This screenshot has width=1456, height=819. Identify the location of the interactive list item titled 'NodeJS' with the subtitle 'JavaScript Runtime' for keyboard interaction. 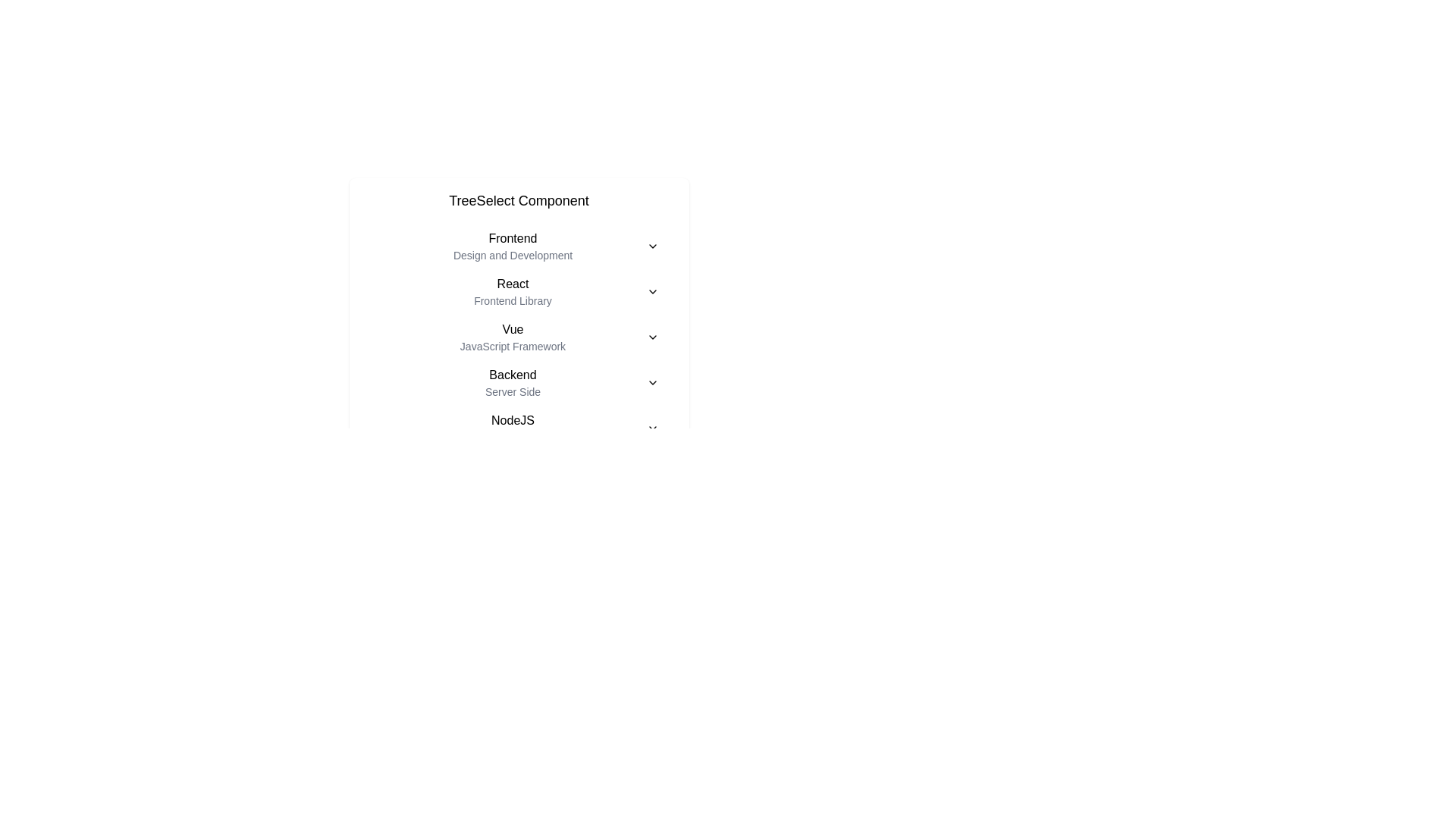
(519, 428).